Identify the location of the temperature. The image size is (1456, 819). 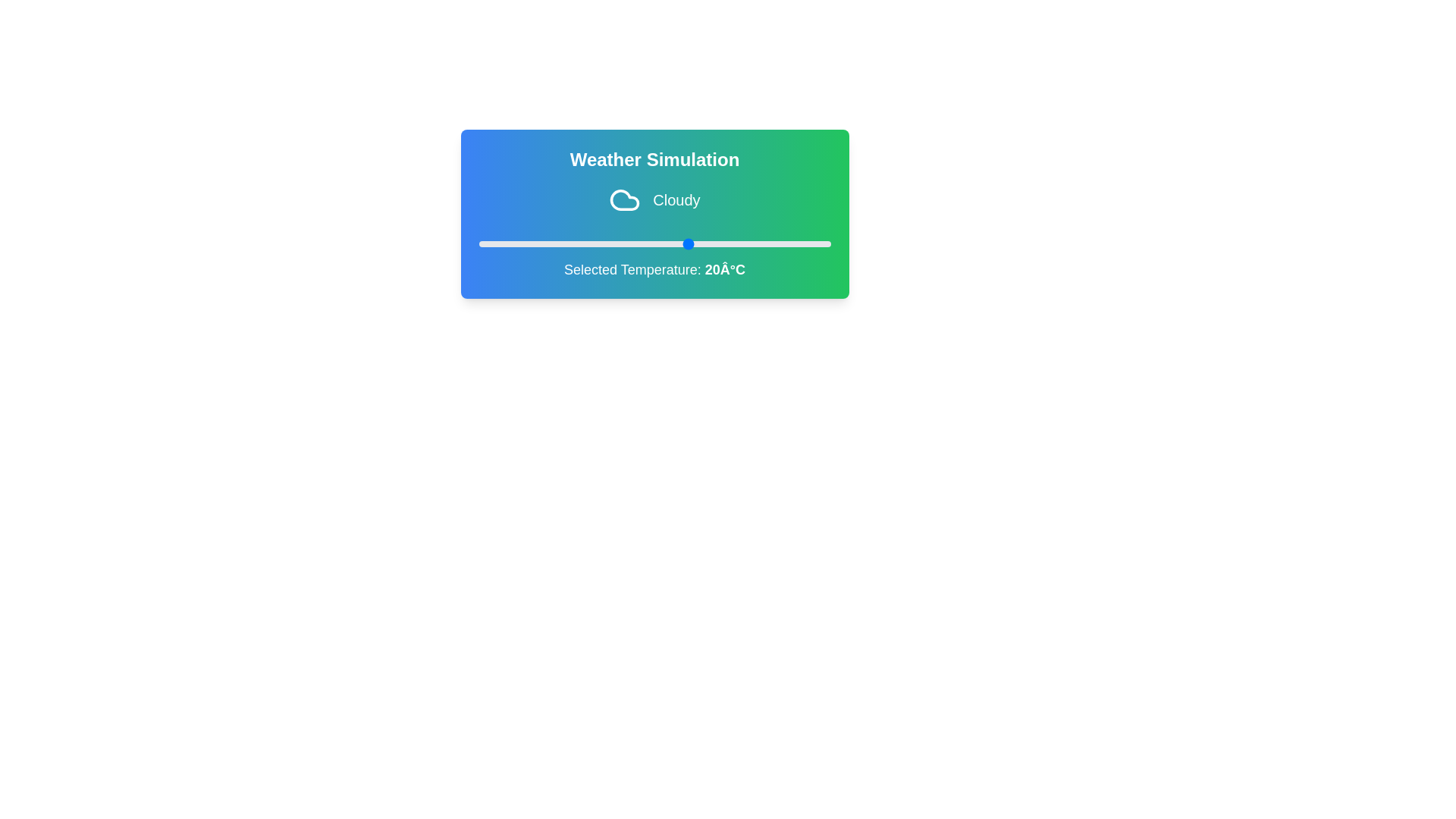
(815, 243).